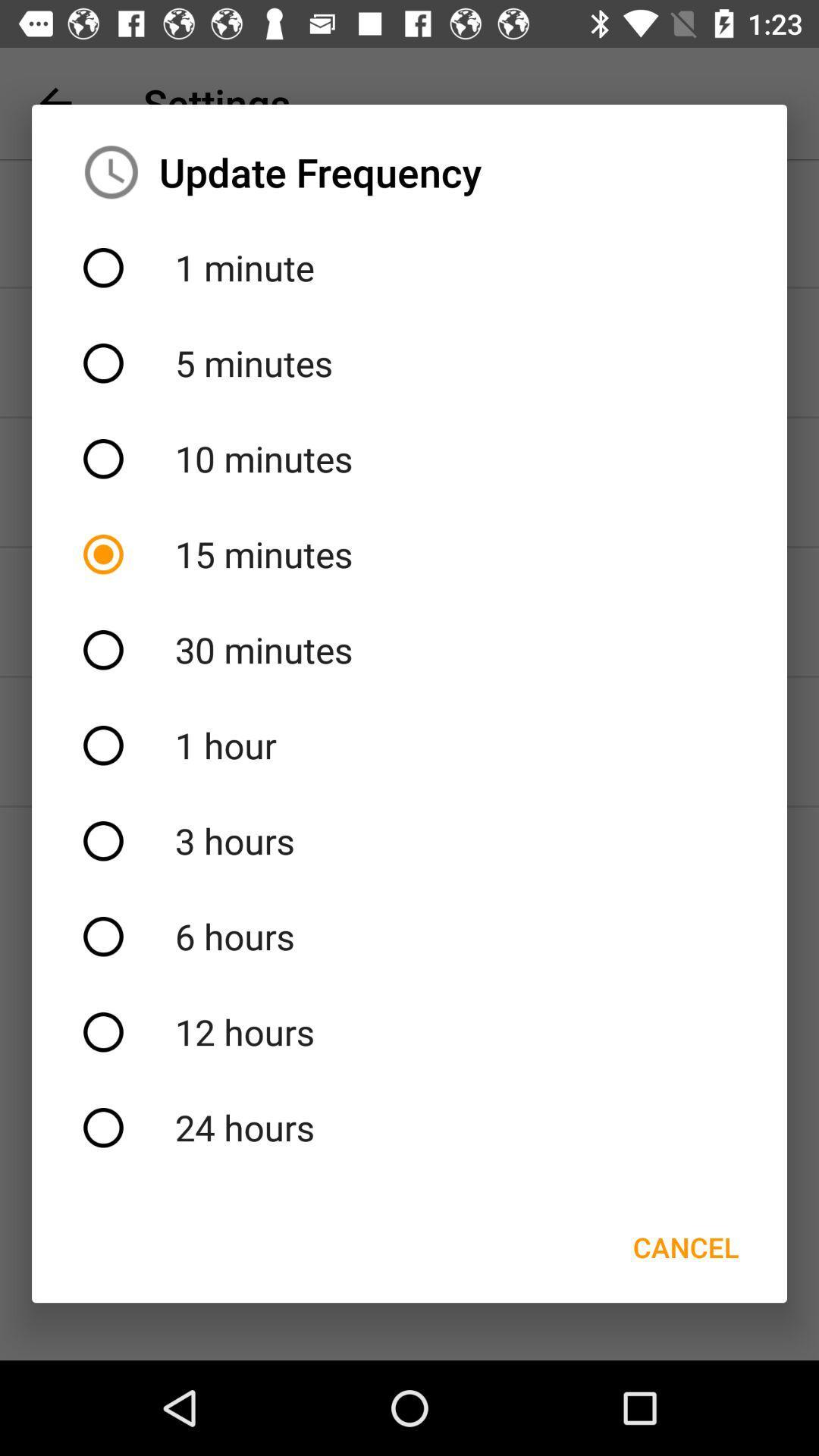 The image size is (819, 1456). Describe the element at coordinates (409, 362) in the screenshot. I see `5 minutes item` at that location.